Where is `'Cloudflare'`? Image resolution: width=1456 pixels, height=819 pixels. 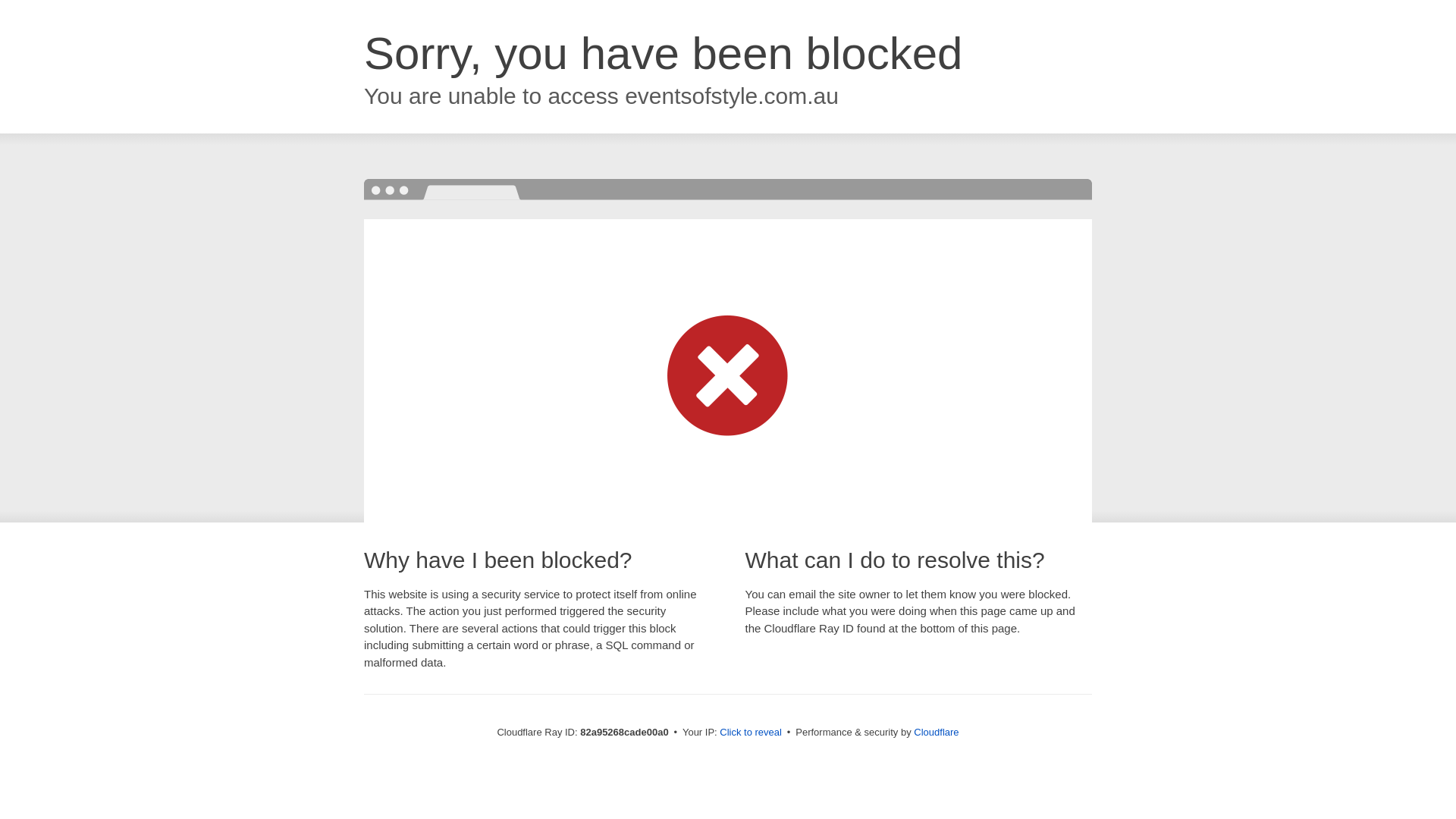
'Cloudflare' is located at coordinates (912, 731).